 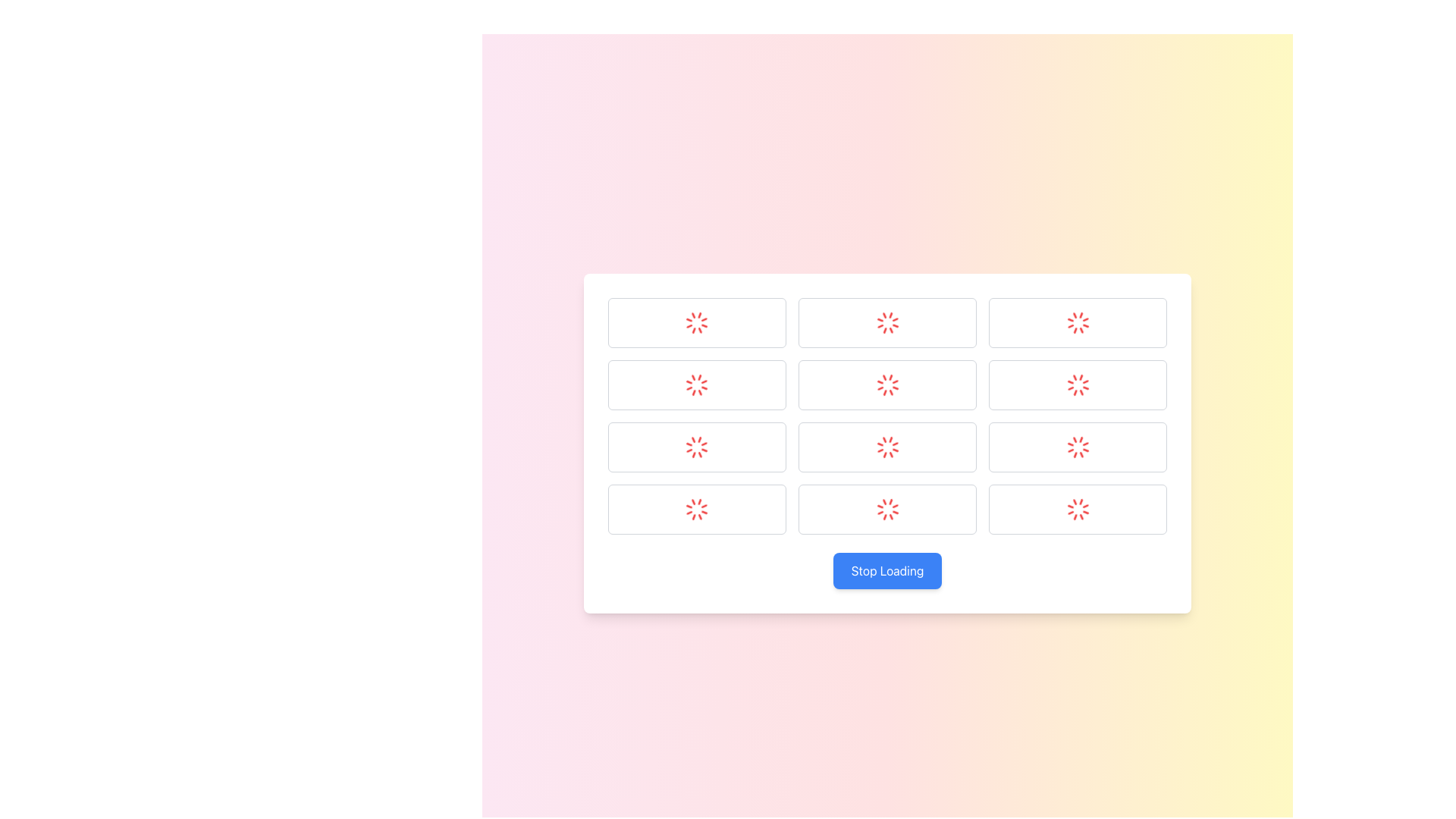 What do you see at coordinates (1077, 509) in the screenshot?
I see `the animated spinning effect of the Loader icon located at the bottom-right corner of a 2x2 grid of similar icons` at bounding box center [1077, 509].